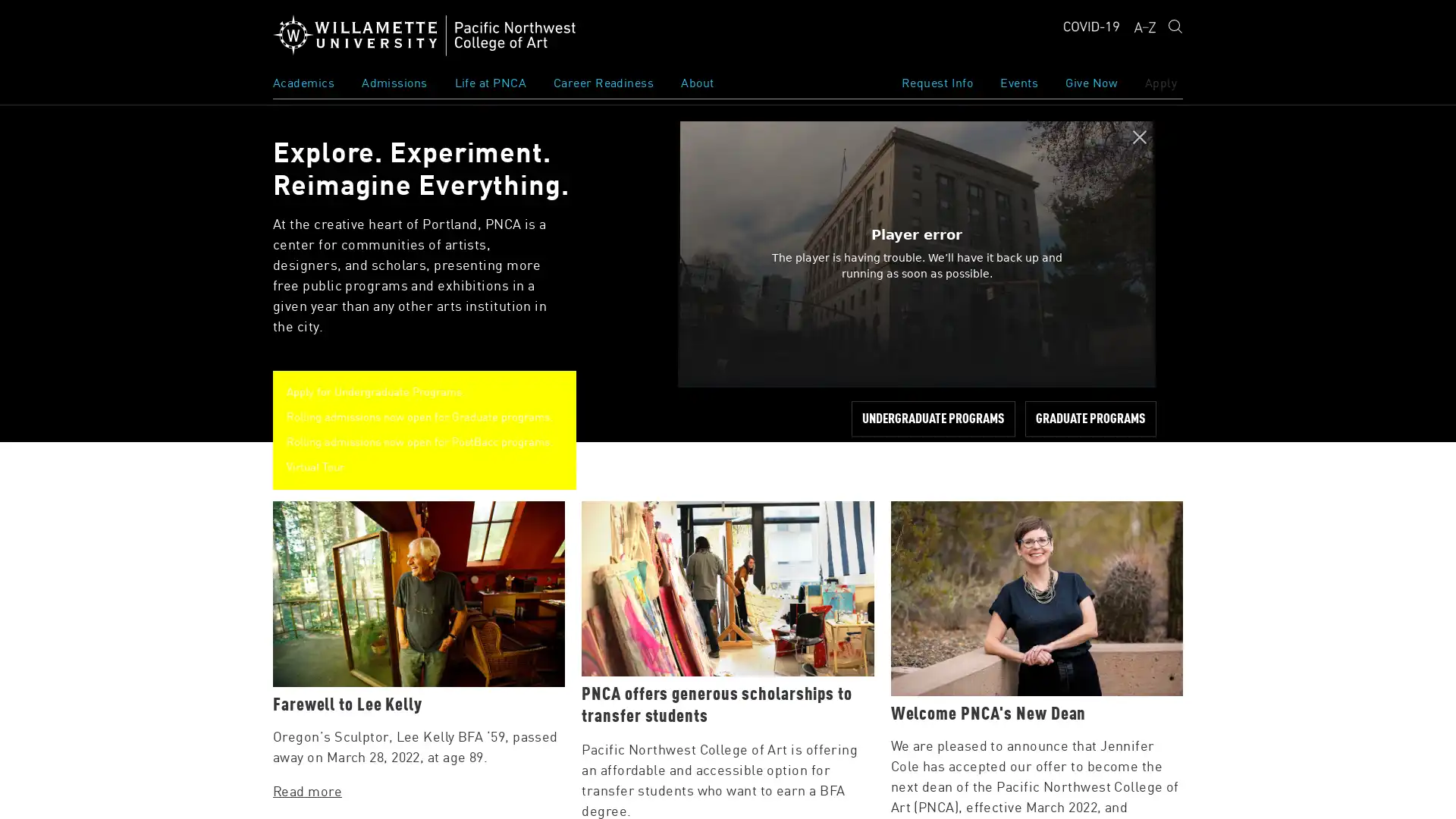  What do you see at coordinates (1175, 27) in the screenshot?
I see `Open Search` at bounding box center [1175, 27].